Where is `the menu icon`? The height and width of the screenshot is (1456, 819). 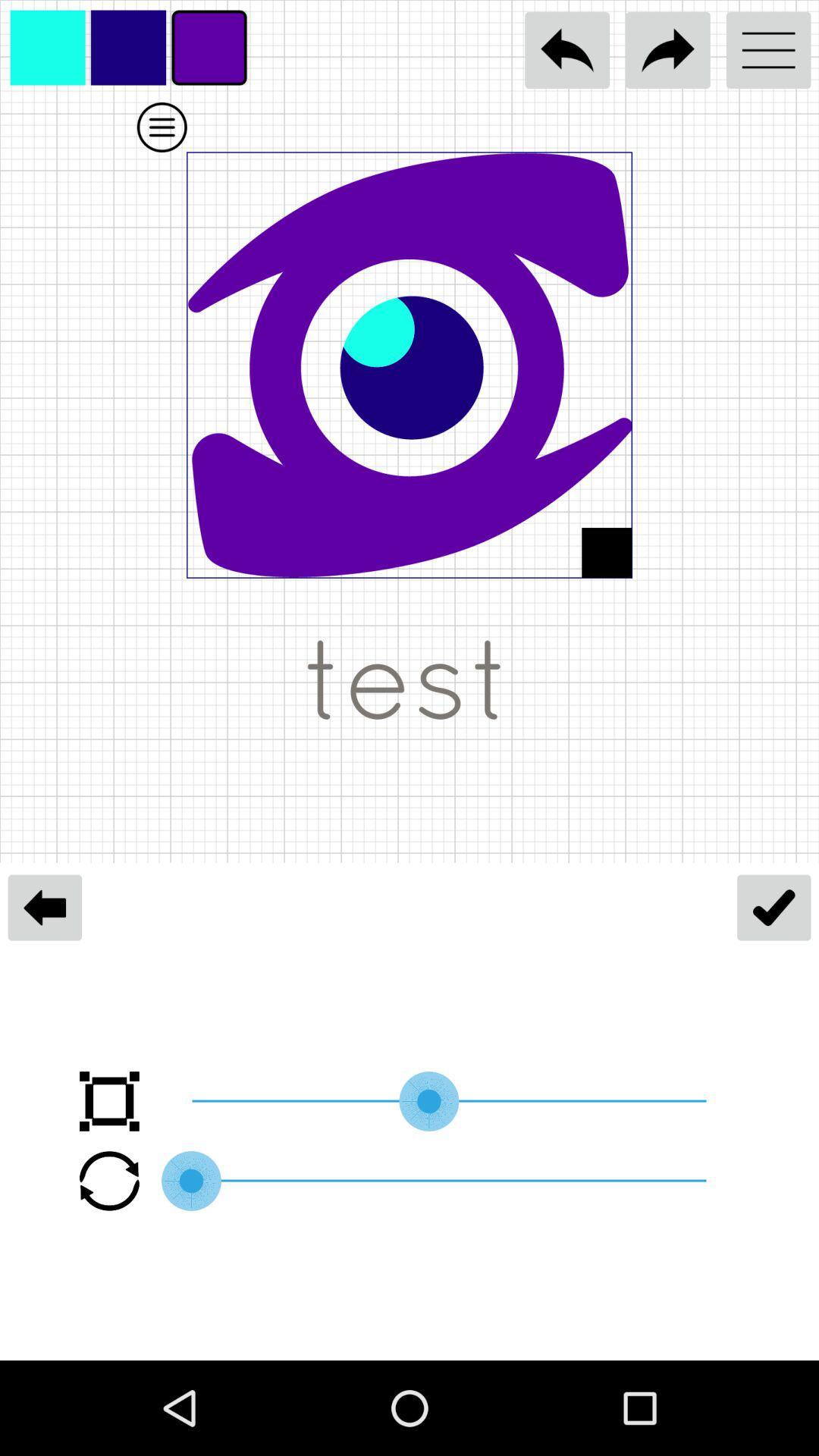 the menu icon is located at coordinates (768, 50).